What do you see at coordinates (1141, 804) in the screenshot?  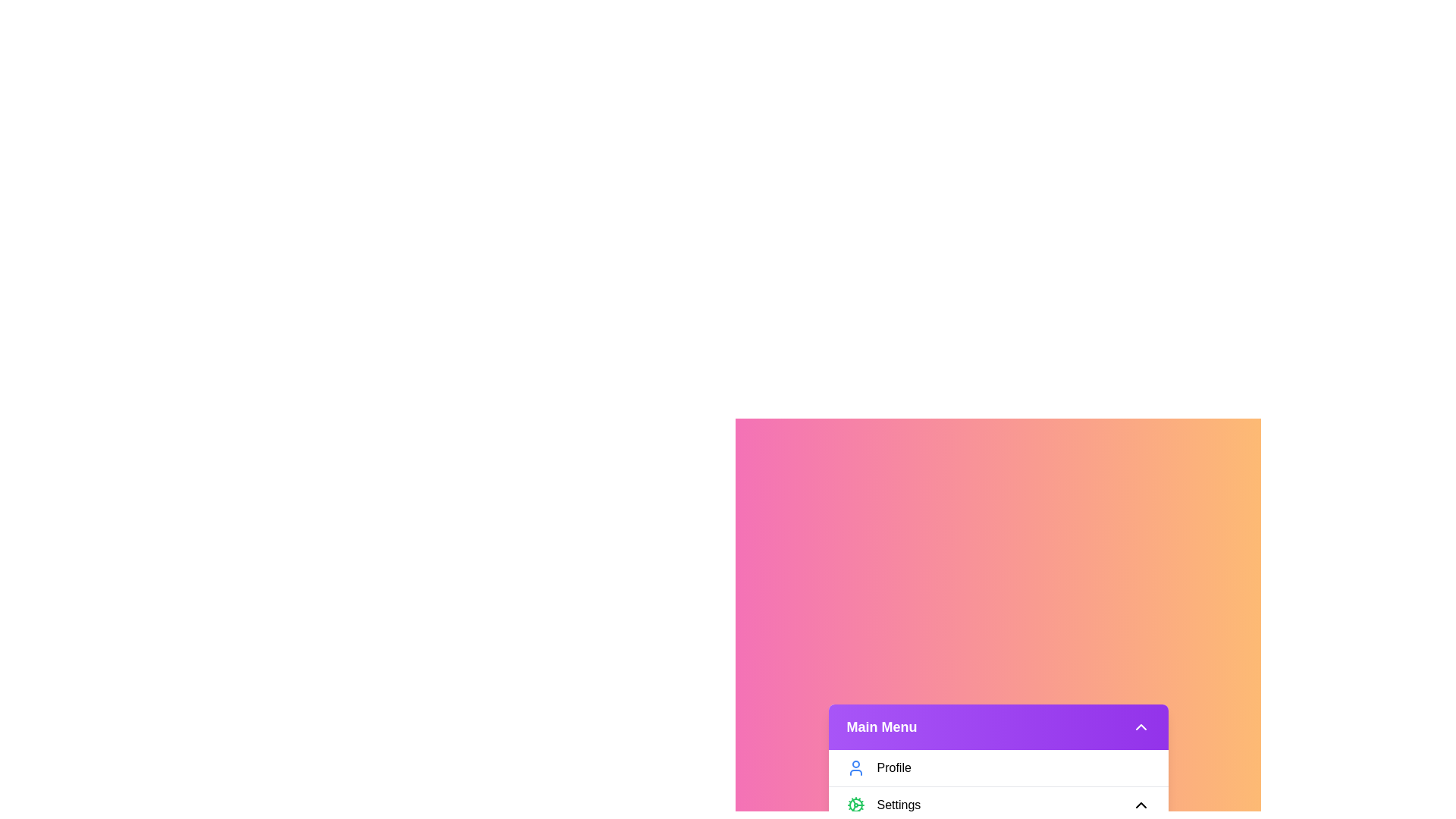 I see `the icon indicating the dropdown state of the 'Settings' menu, which is currently expanded` at bounding box center [1141, 804].